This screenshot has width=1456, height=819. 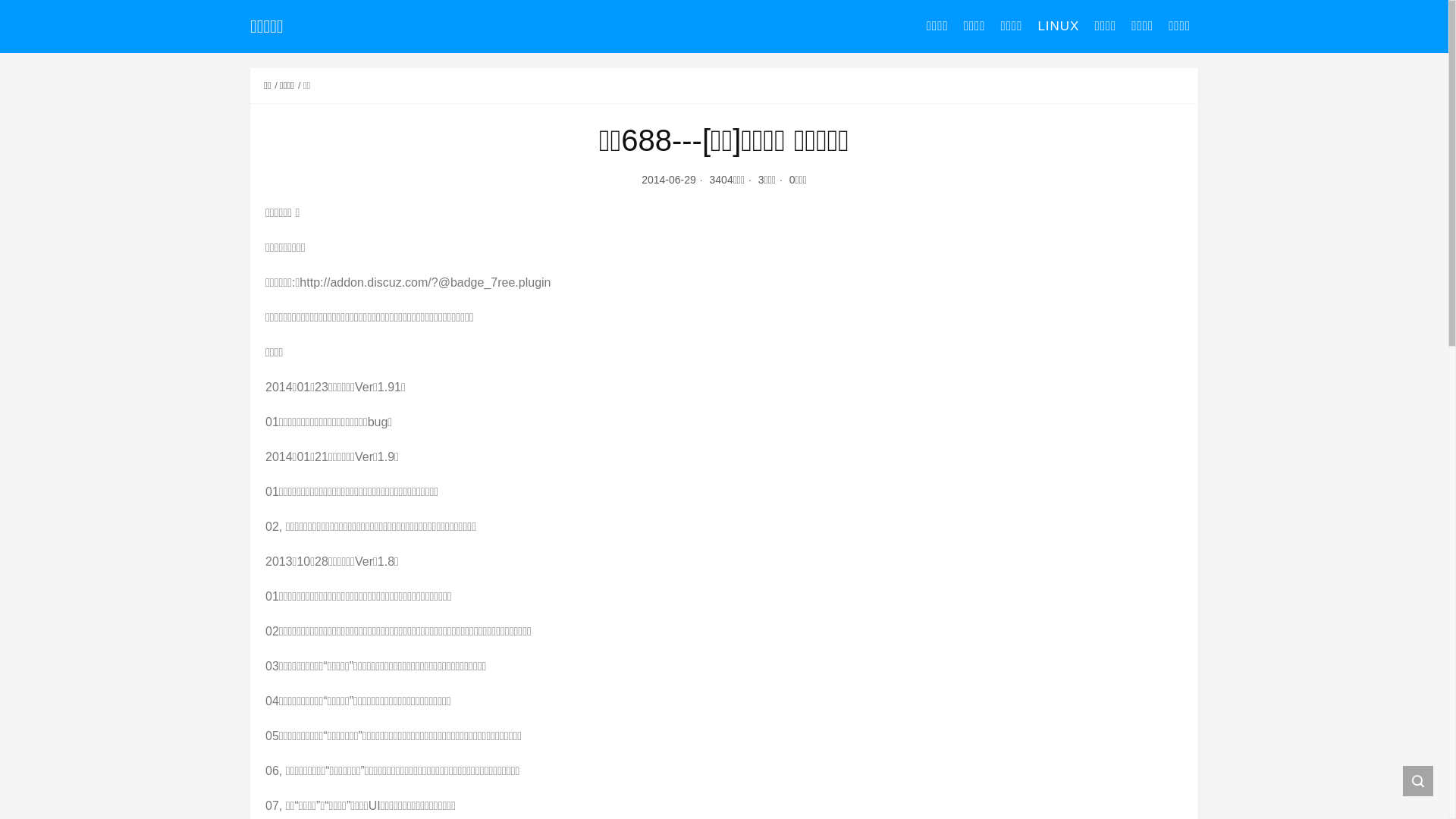 What do you see at coordinates (1030, 26) in the screenshot?
I see `'LINUX'` at bounding box center [1030, 26].